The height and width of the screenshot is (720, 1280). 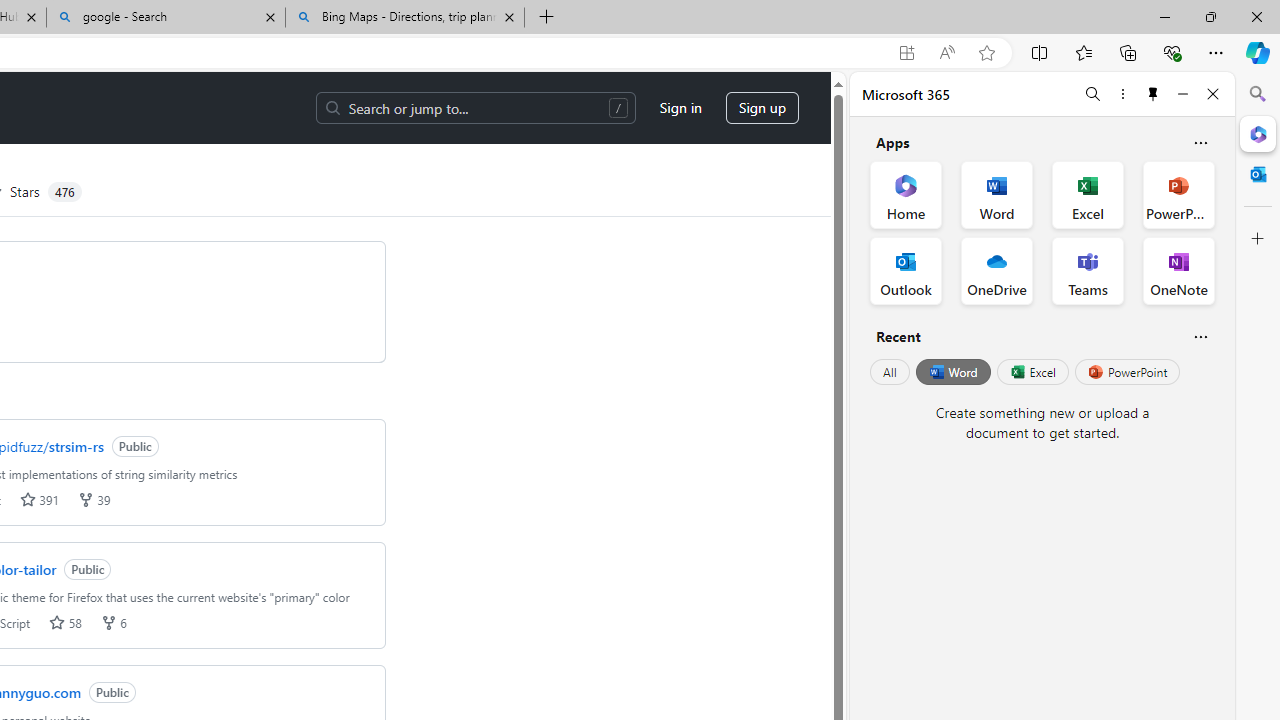 What do you see at coordinates (1032, 372) in the screenshot?
I see `'Excel'` at bounding box center [1032, 372].